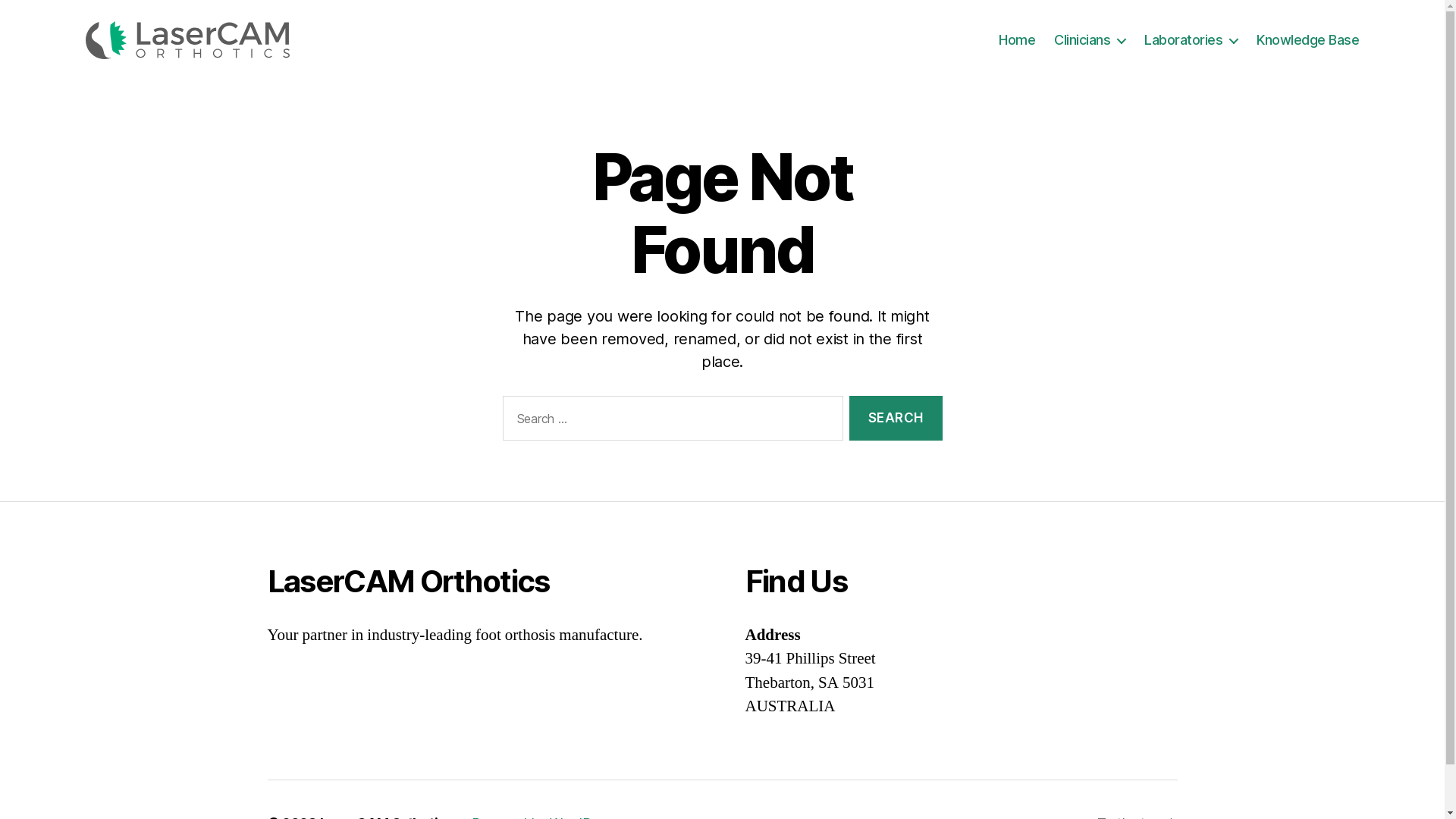  I want to click on 'Laboratories', so click(1190, 39).